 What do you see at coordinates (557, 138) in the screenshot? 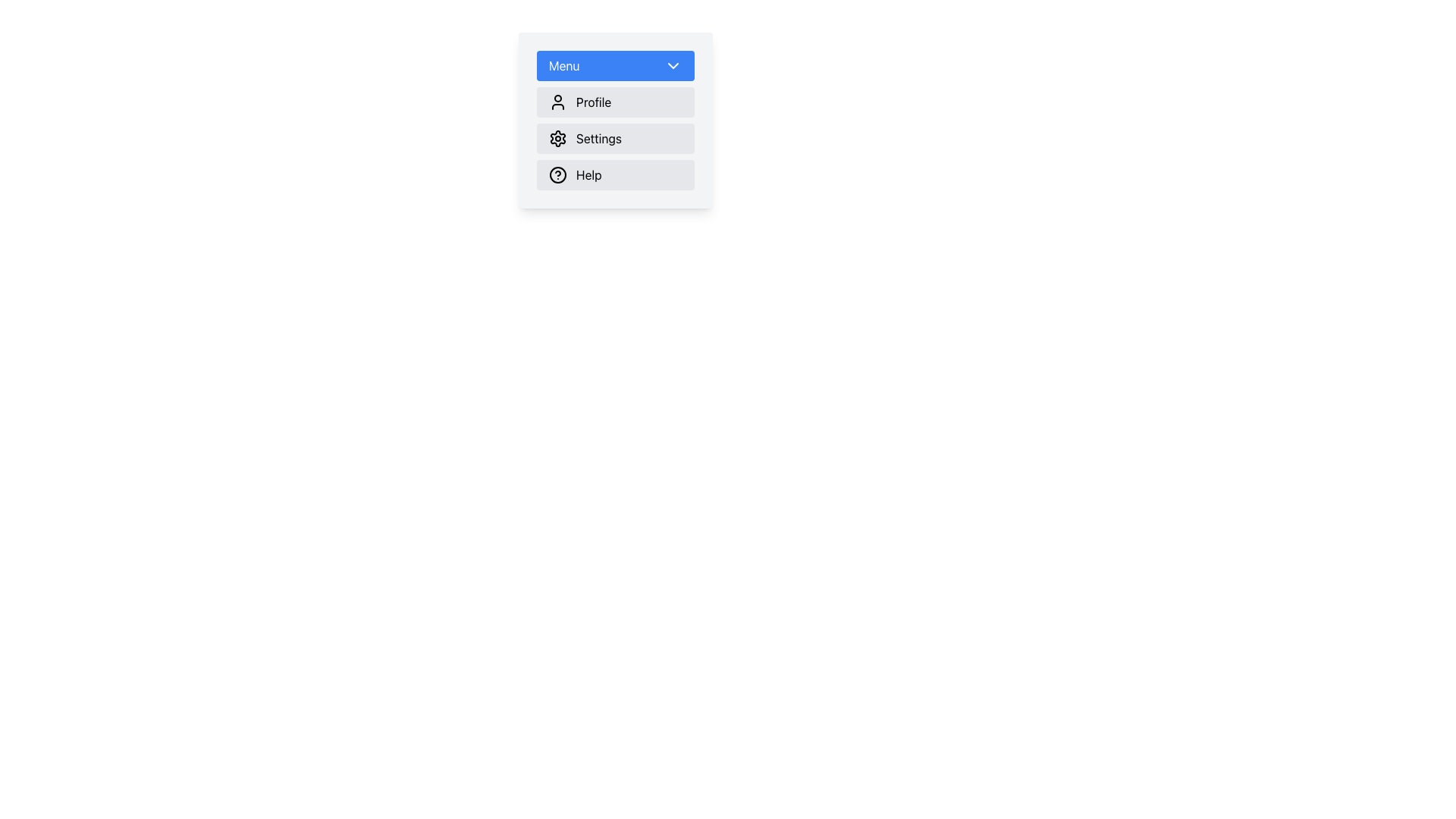
I see `the gear icon located in the dropdown menu next to the 'Settings' label to interact with it` at bounding box center [557, 138].